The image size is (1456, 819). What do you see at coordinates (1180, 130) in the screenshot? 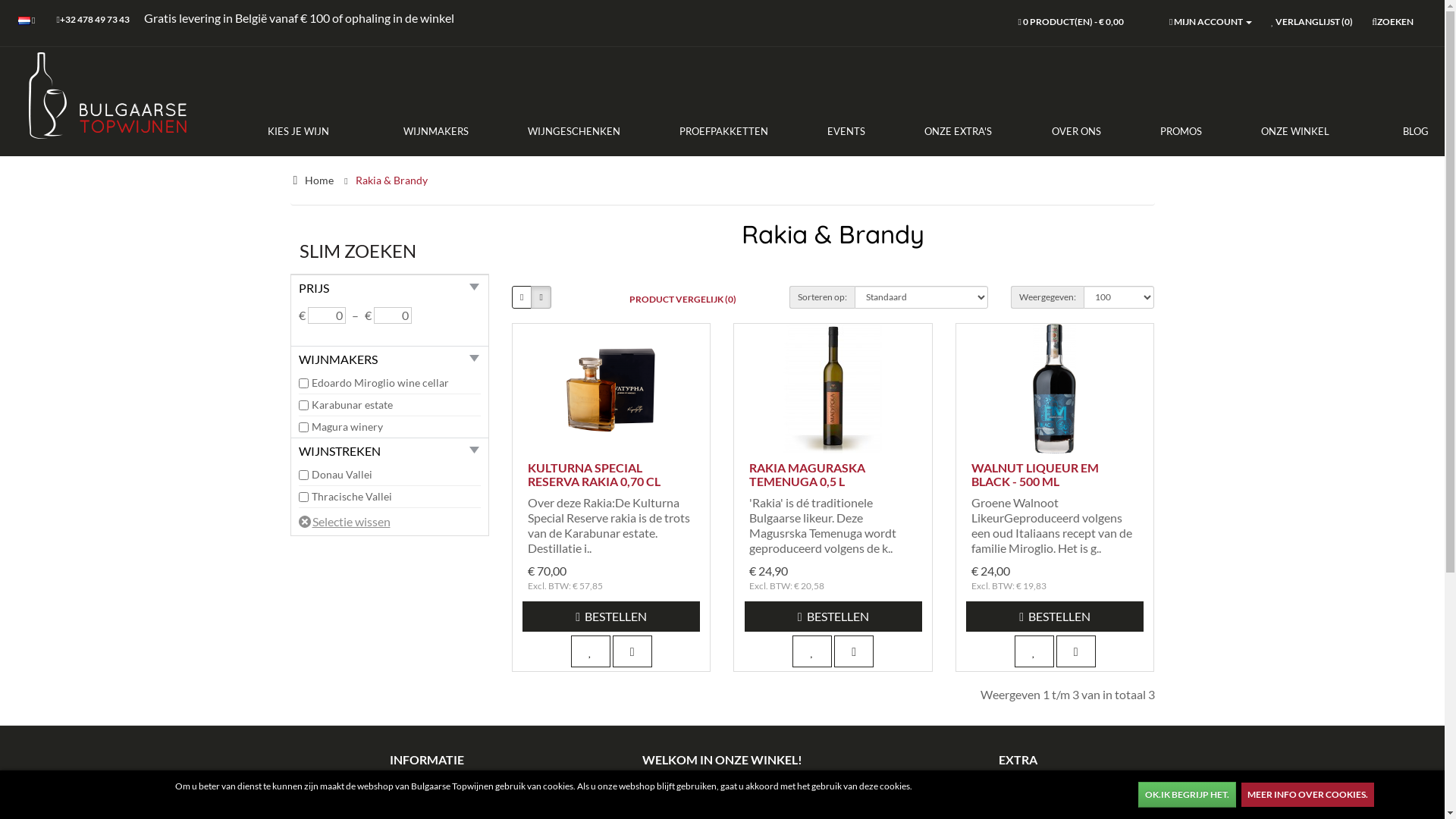
I see `'PROMOS'` at bounding box center [1180, 130].